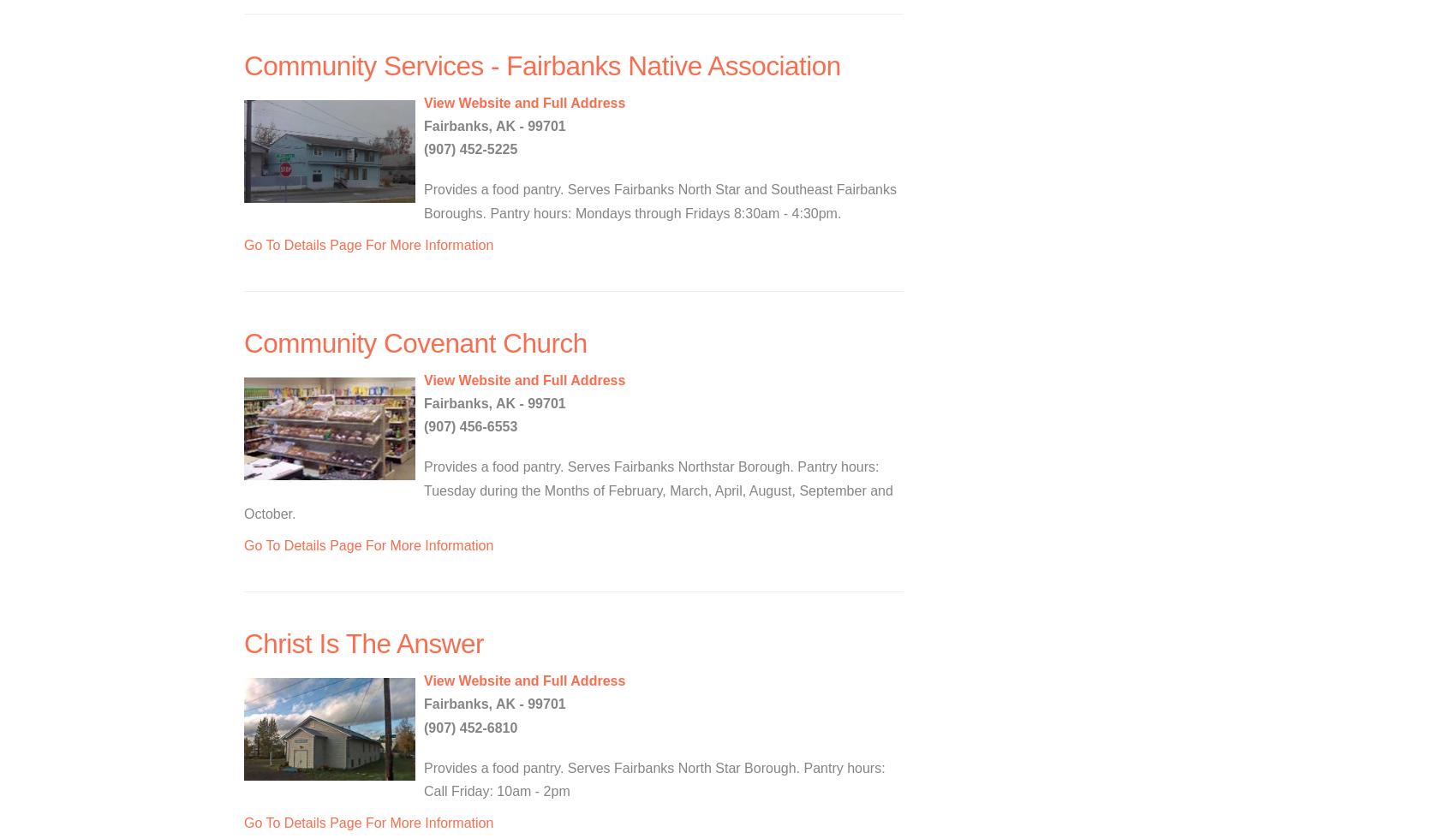 This screenshot has width=1456, height=838. I want to click on '(907) 452-5225', so click(469, 149).